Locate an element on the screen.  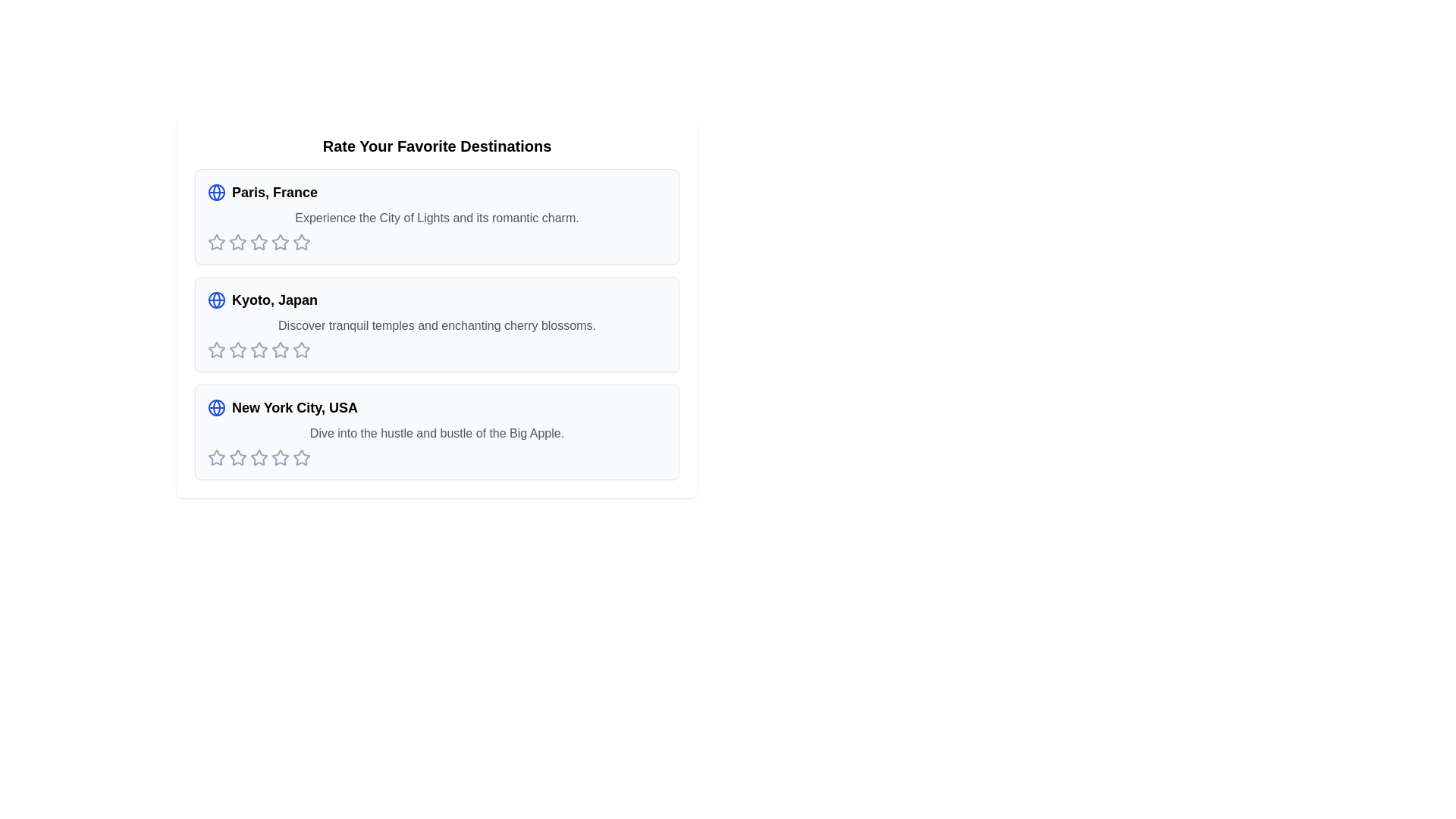
the second star from the left in the rating system under the 'New York City, USA' section to provide a two-star rating is located at coordinates (280, 457).